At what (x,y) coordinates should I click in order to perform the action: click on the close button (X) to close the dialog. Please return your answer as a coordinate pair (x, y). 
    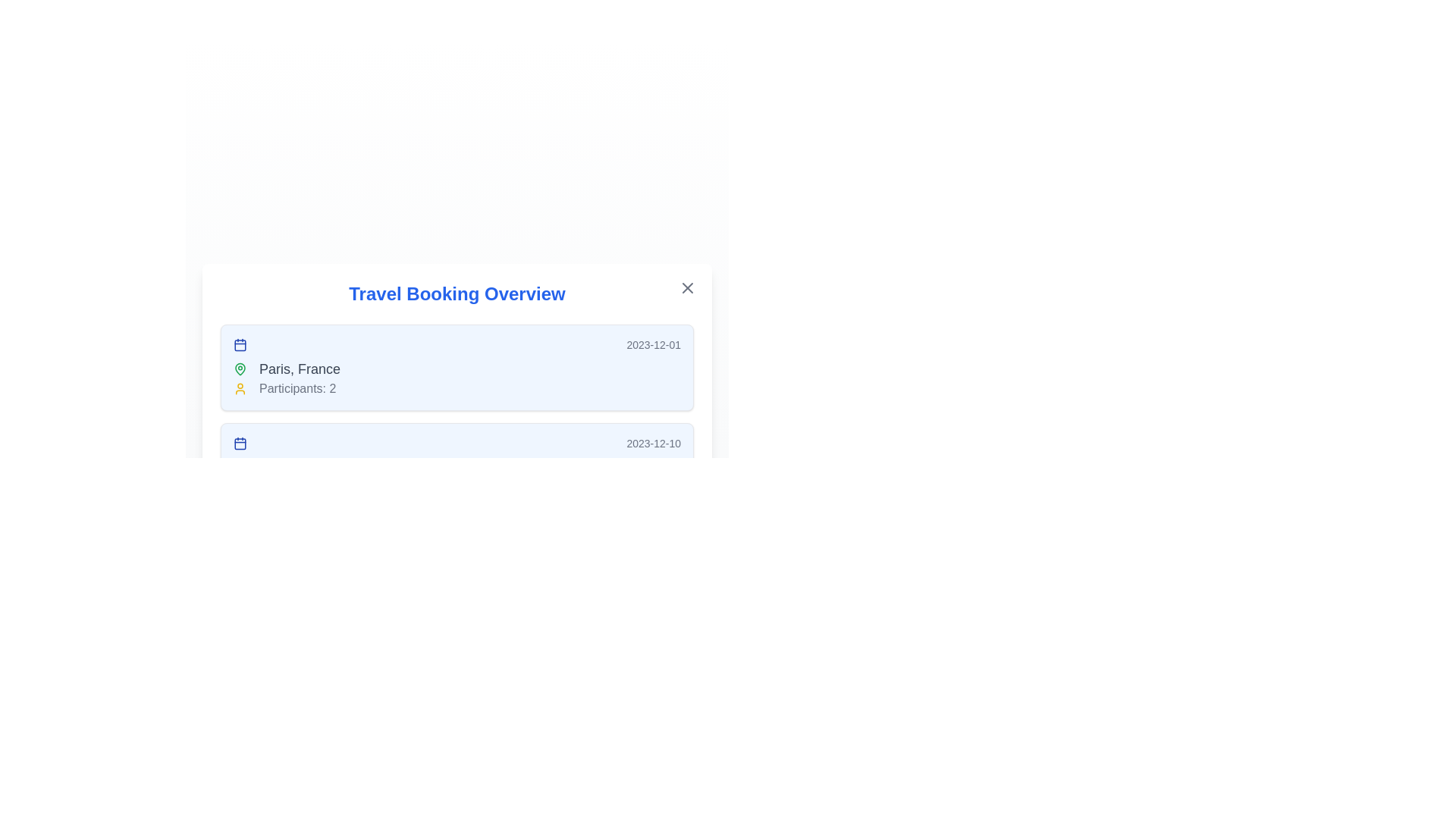
    Looking at the image, I should click on (687, 288).